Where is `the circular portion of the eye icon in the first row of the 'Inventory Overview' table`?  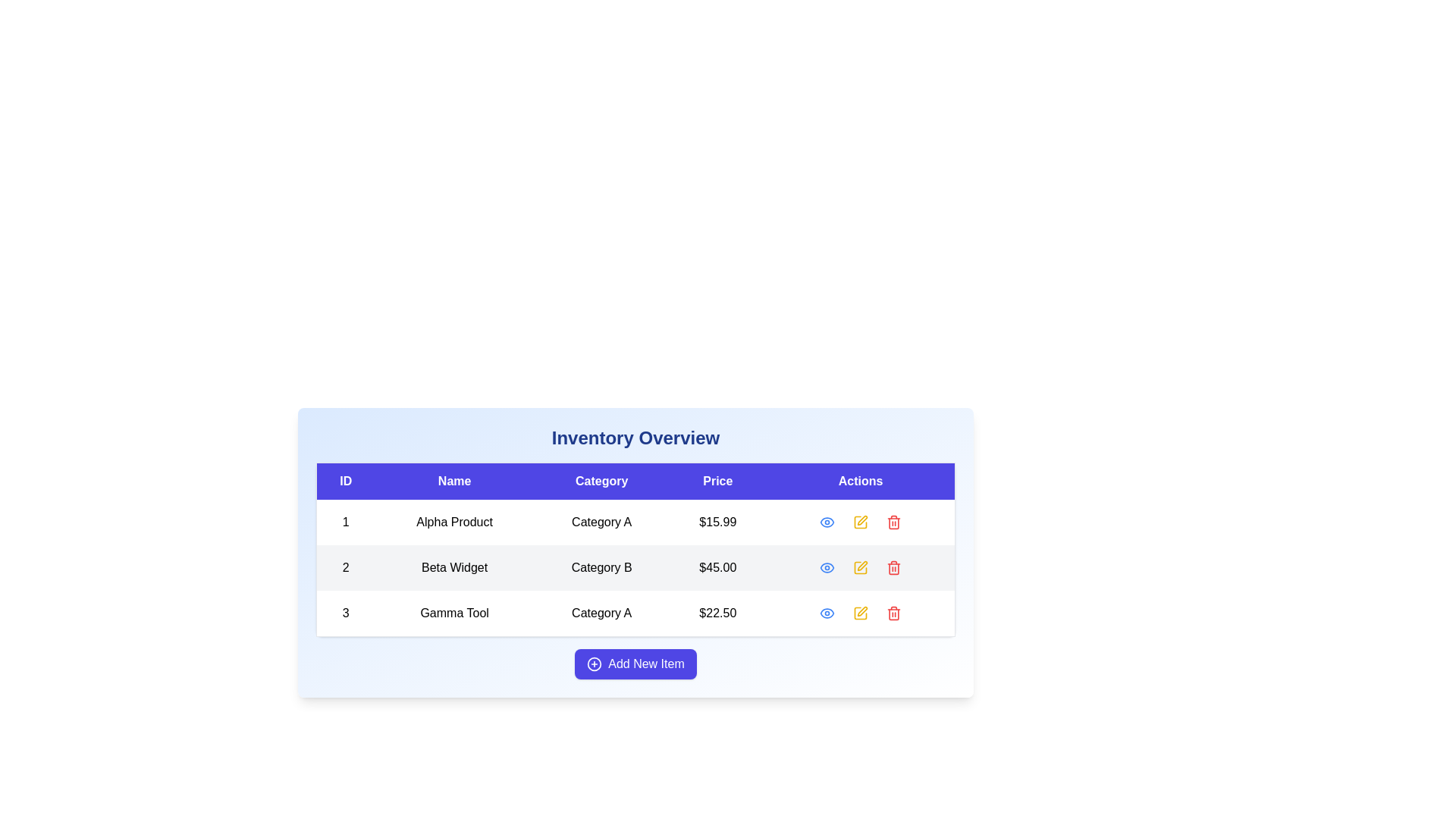
the circular portion of the eye icon in the first row of the 'Inventory Overview' table is located at coordinates (826, 613).